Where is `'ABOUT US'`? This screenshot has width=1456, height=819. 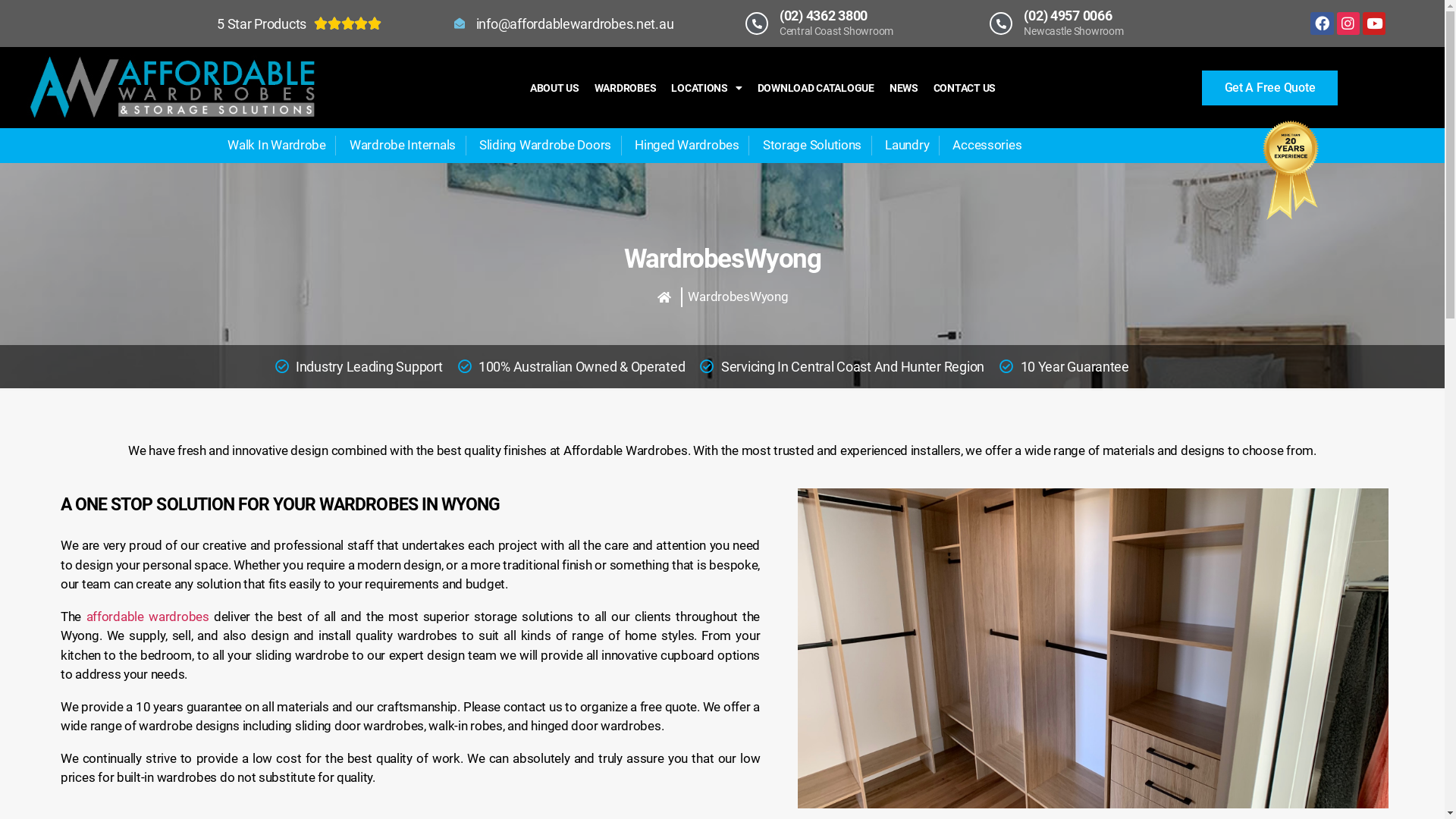
'ABOUT US' is located at coordinates (522, 87).